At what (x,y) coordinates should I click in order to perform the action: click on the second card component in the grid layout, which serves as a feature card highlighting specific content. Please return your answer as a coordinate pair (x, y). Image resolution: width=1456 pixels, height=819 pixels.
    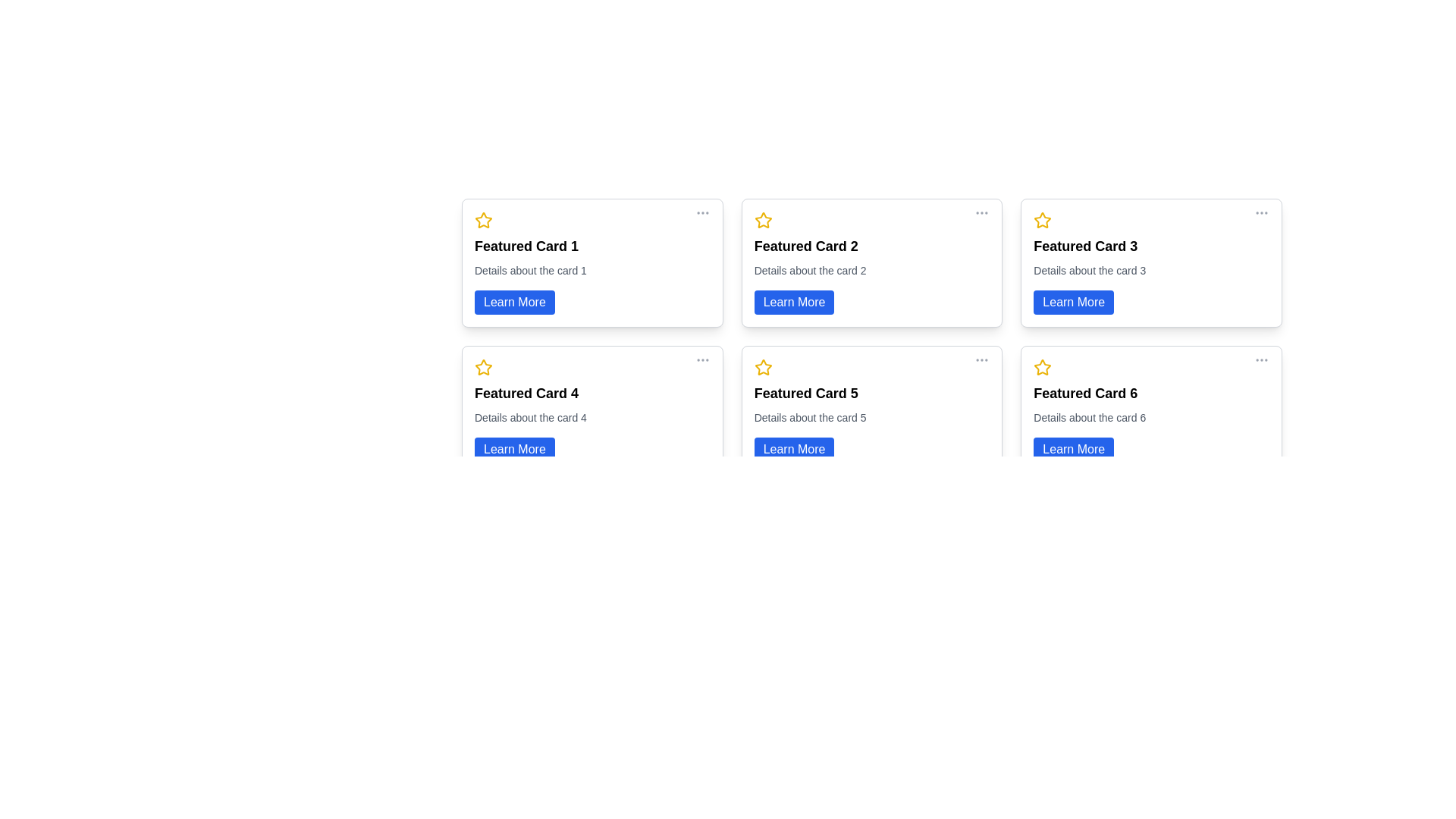
    Looking at the image, I should click on (872, 262).